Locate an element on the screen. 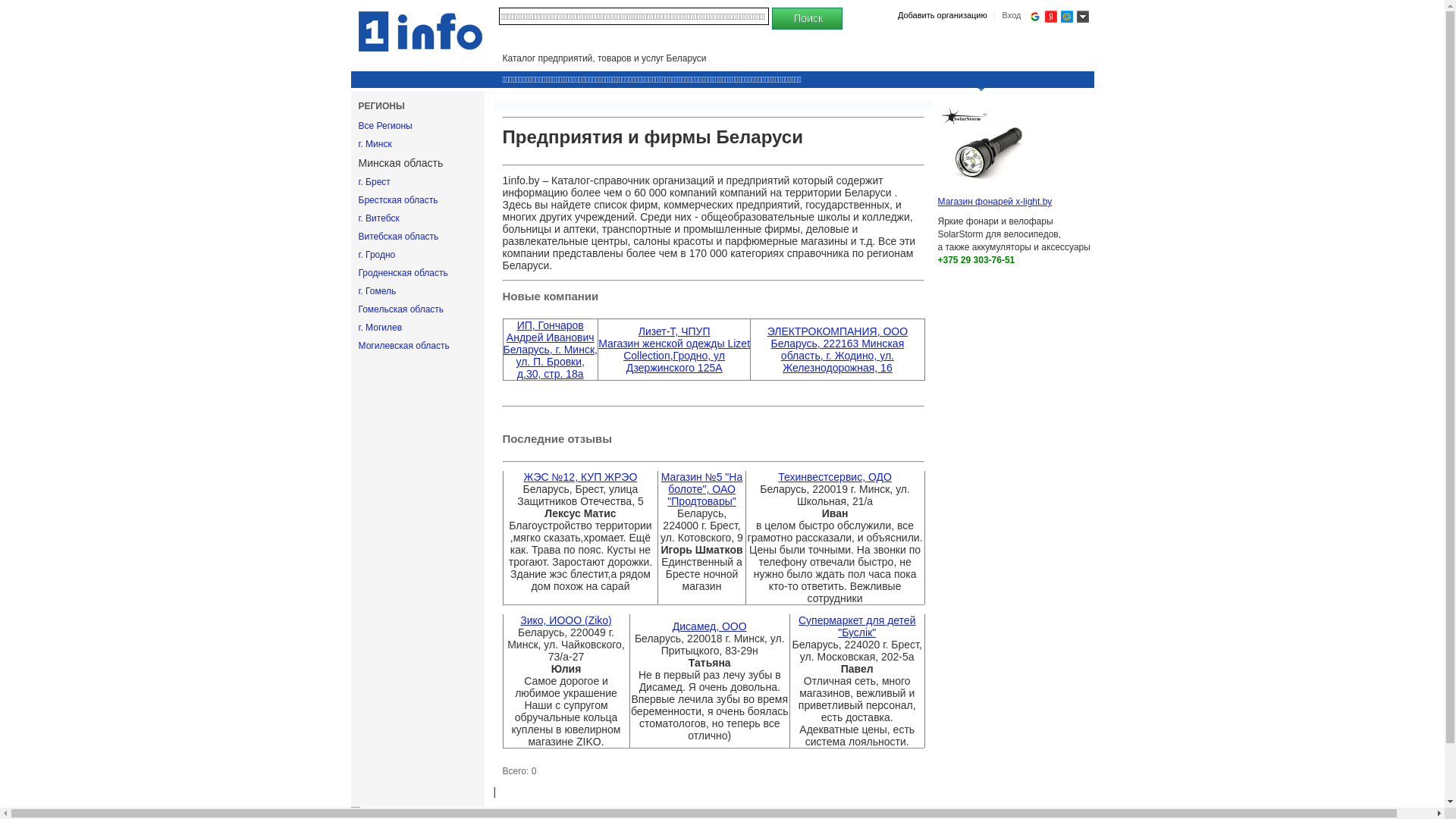 Image resolution: width=1456 pixels, height=819 pixels. '1 info' is located at coordinates (419, 31).